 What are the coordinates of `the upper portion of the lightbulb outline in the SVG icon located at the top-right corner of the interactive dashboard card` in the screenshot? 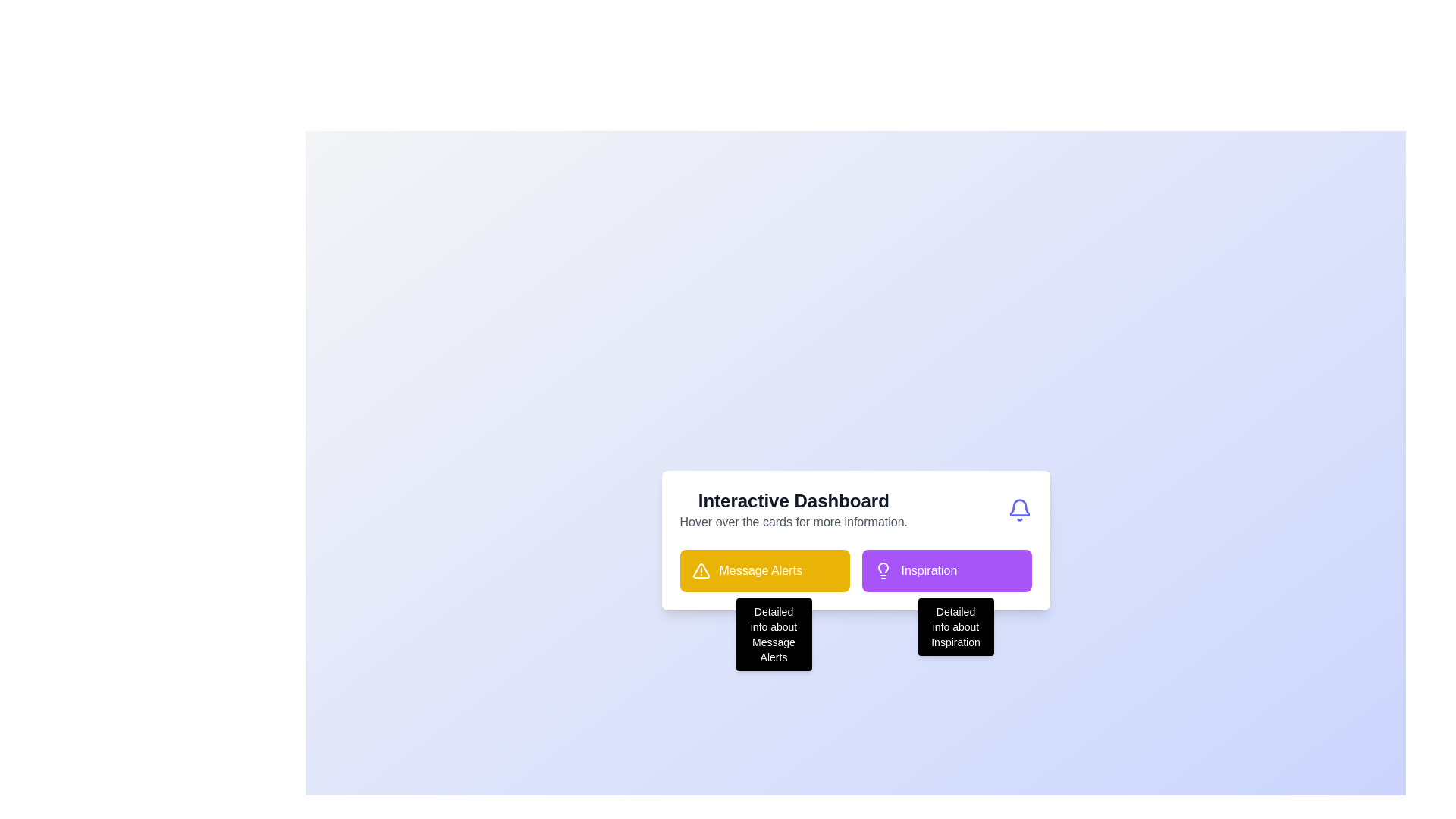 It's located at (883, 567).